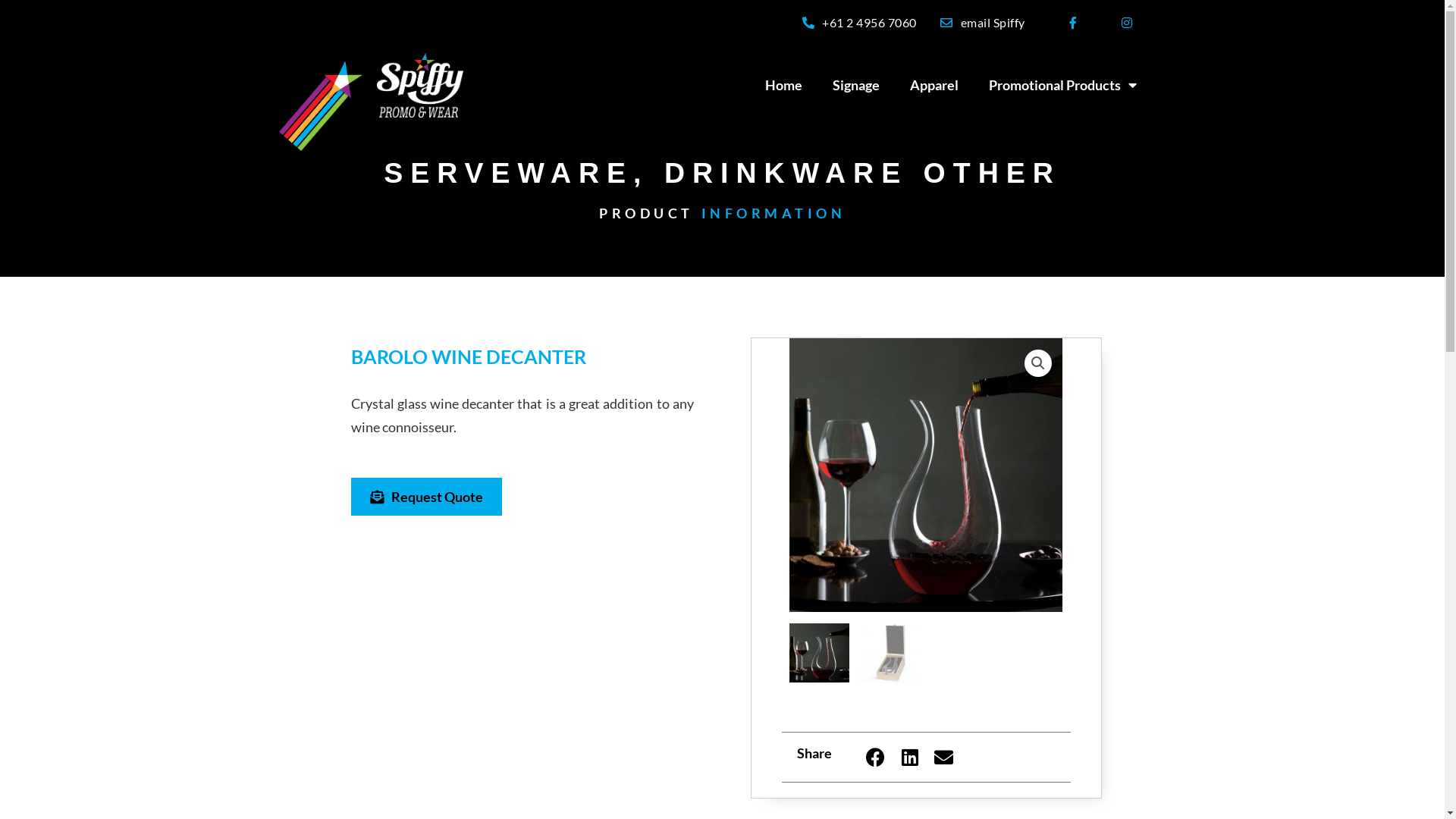  What do you see at coordinates (981, 22) in the screenshot?
I see `'email Spiffy'` at bounding box center [981, 22].